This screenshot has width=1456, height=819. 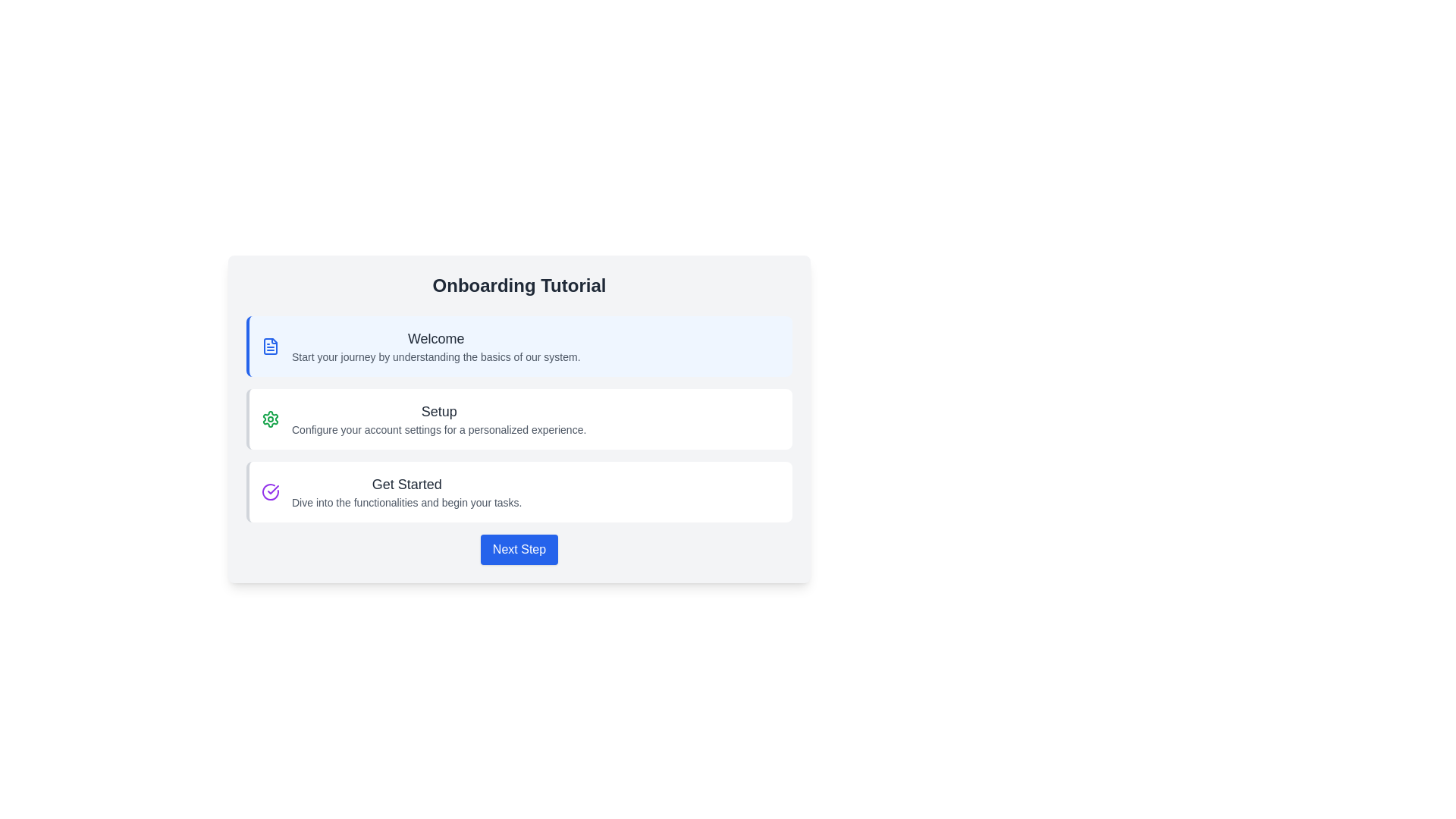 What do you see at coordinates (270, 346) in the screenshot?
I see `the 'Welcome' section indicator icon located in the first section row of the 'Onboarding Tutorial'` at bounding box center [270, 346].